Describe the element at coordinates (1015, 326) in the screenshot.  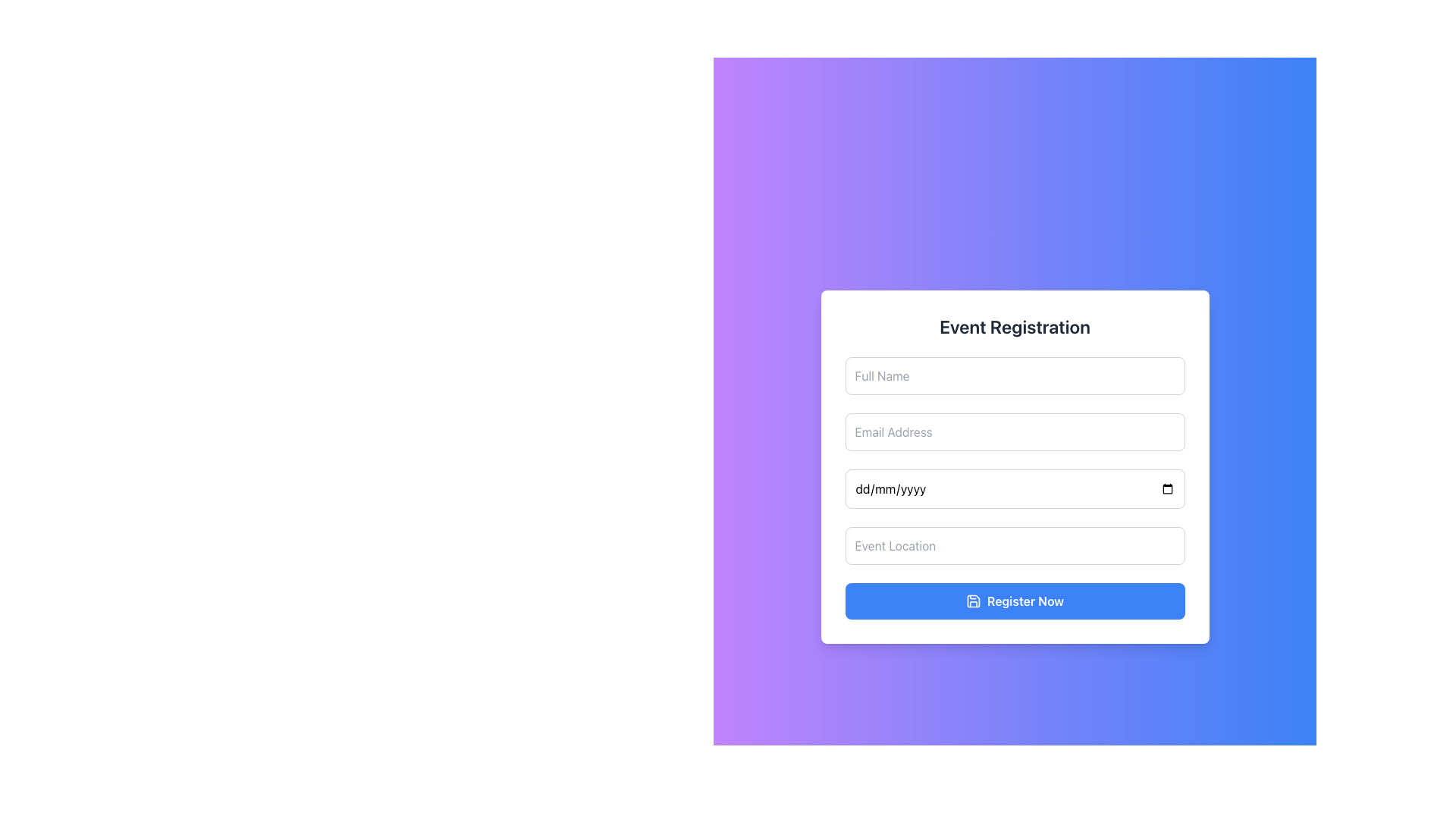
I see `the bold header text 'Event Registration' which is centrally aligned at the top of a white rectangular box containing a registration form` at that location.